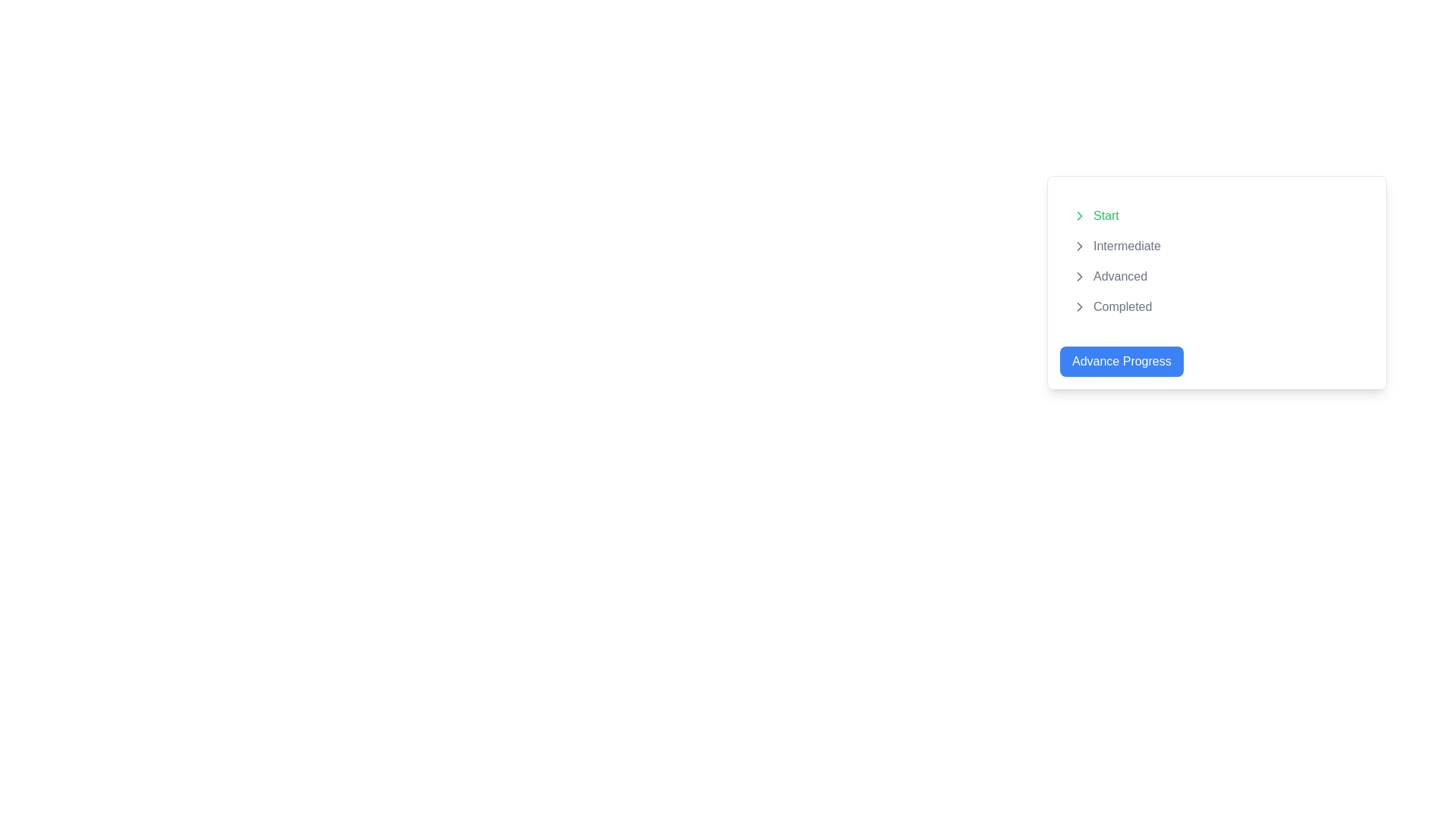 This screenshot has height=819, width=1456. What do you see at coordinates (1120, 277) in the screenshot?
I see `'Advanced' text label indicating a navigation step in the grouped navigation interface, positioned below 'Intermediate' and above 'Completed'` at bounding box center [1120, 277].